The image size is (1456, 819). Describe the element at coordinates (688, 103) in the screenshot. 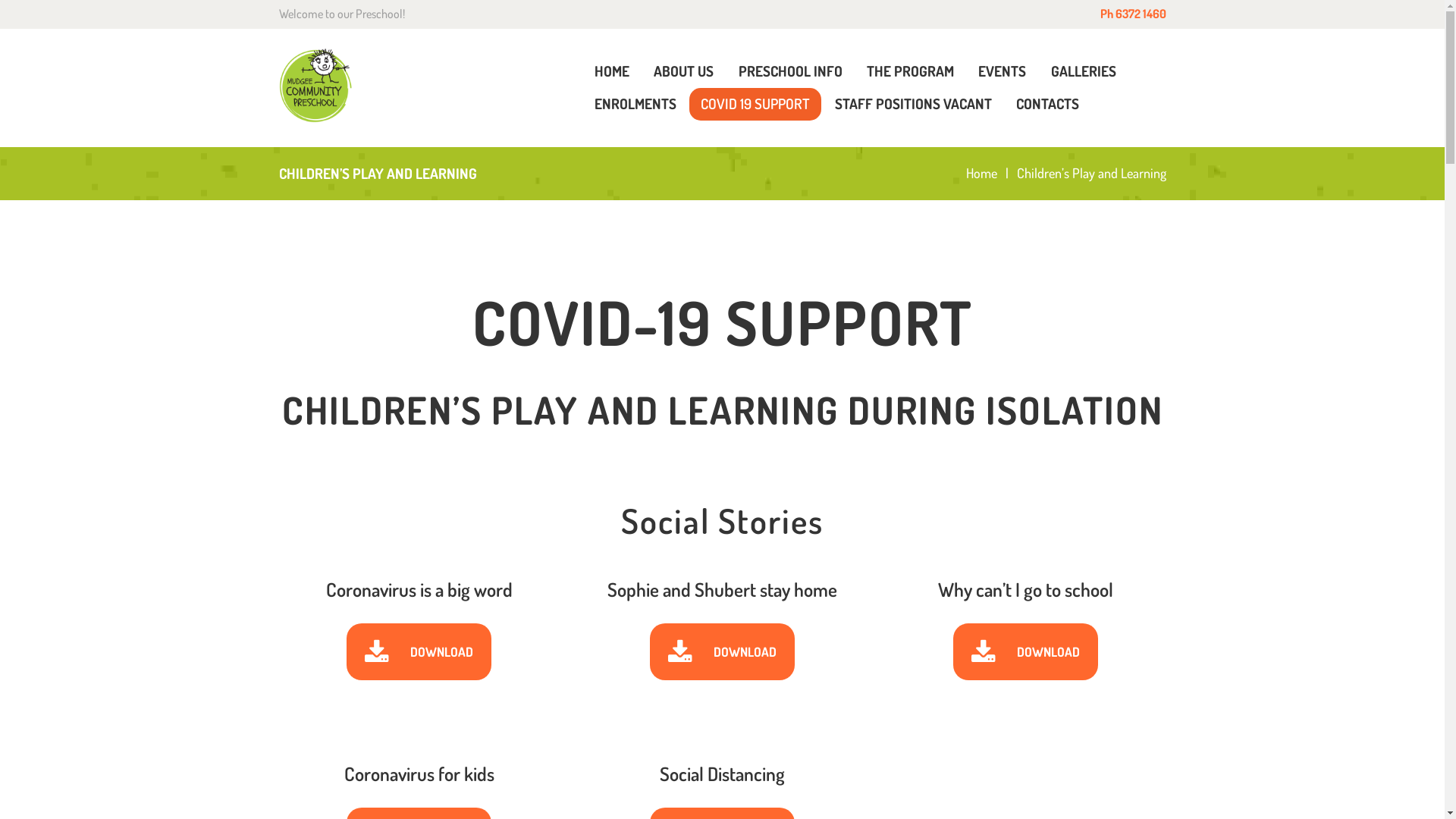

I see `'COVID 19 SUPPORT'` at that location.